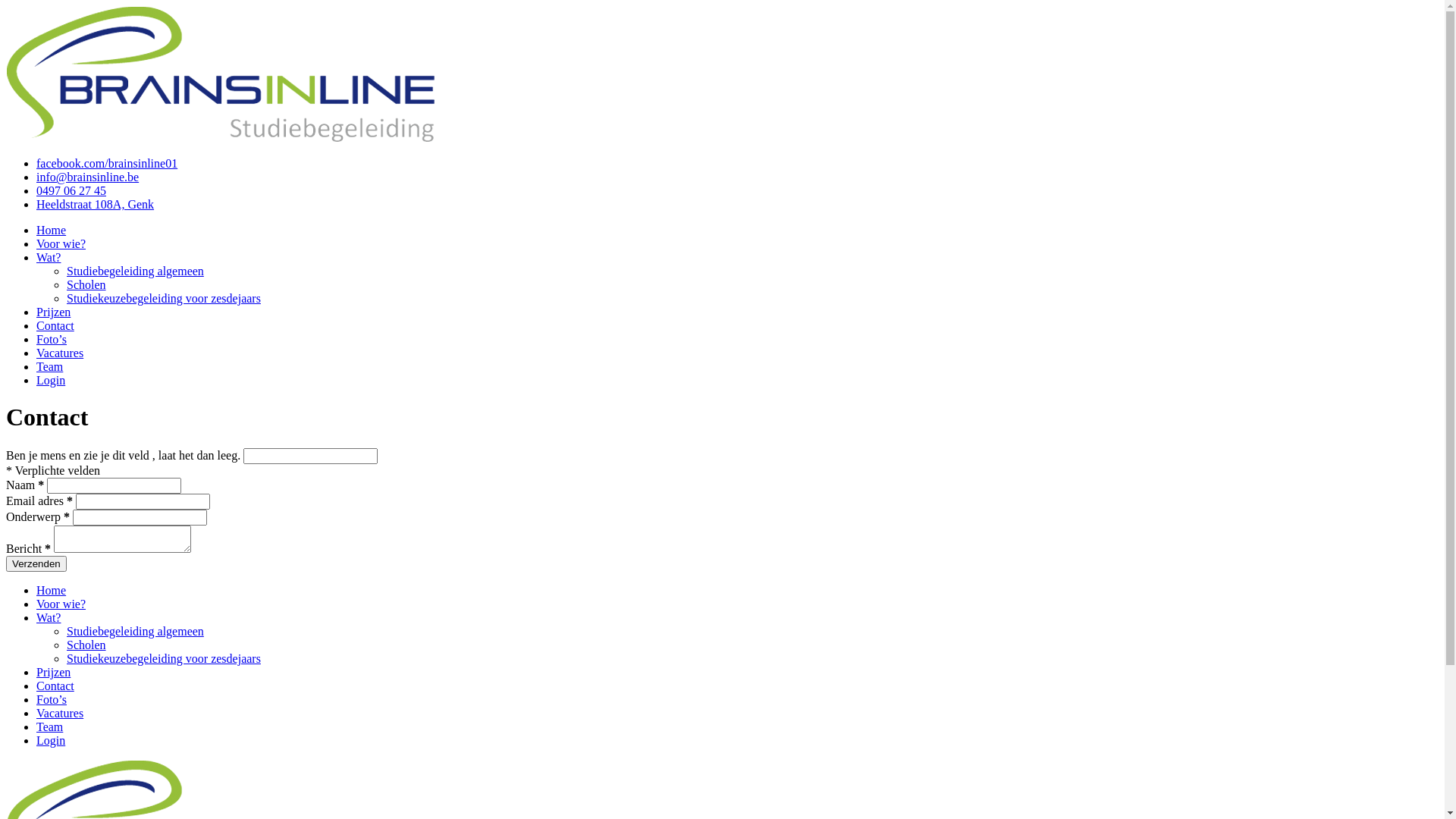  I want to click on 'Team', so click(49, 726).